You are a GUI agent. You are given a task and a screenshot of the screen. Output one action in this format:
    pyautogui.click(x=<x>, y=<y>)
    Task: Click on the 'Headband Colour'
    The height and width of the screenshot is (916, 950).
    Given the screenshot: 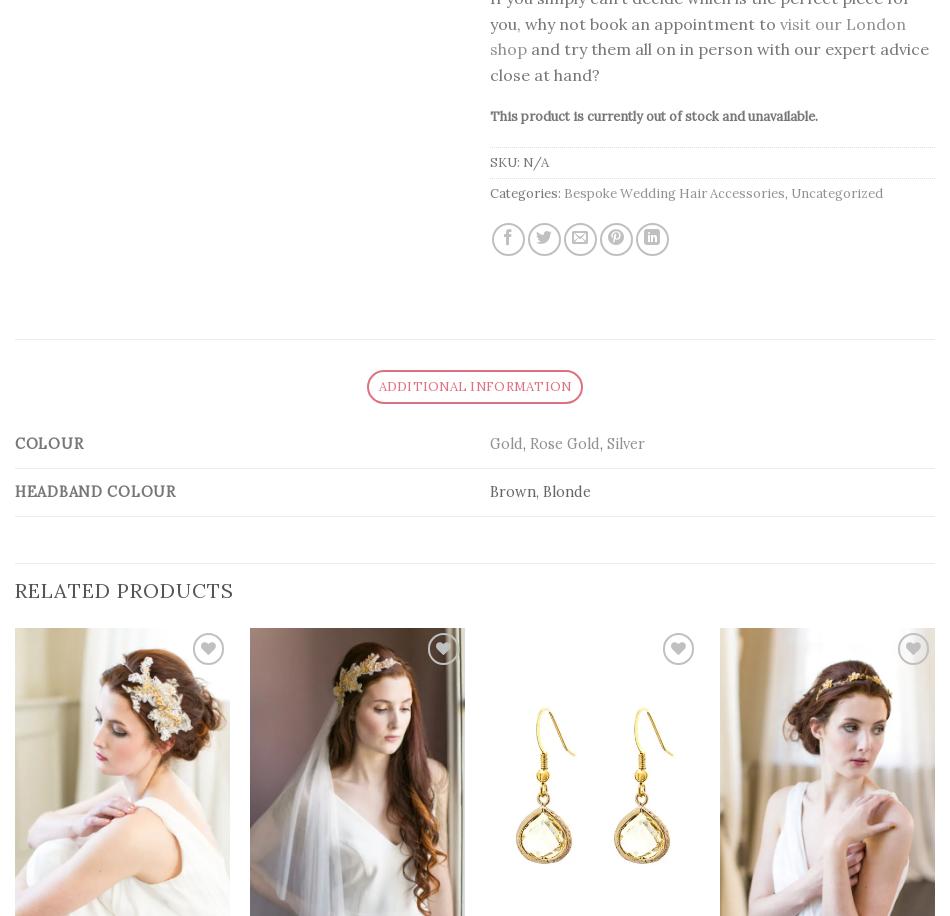 What is the action you would take?
    pyautogui.click(x=95, y=491)
    